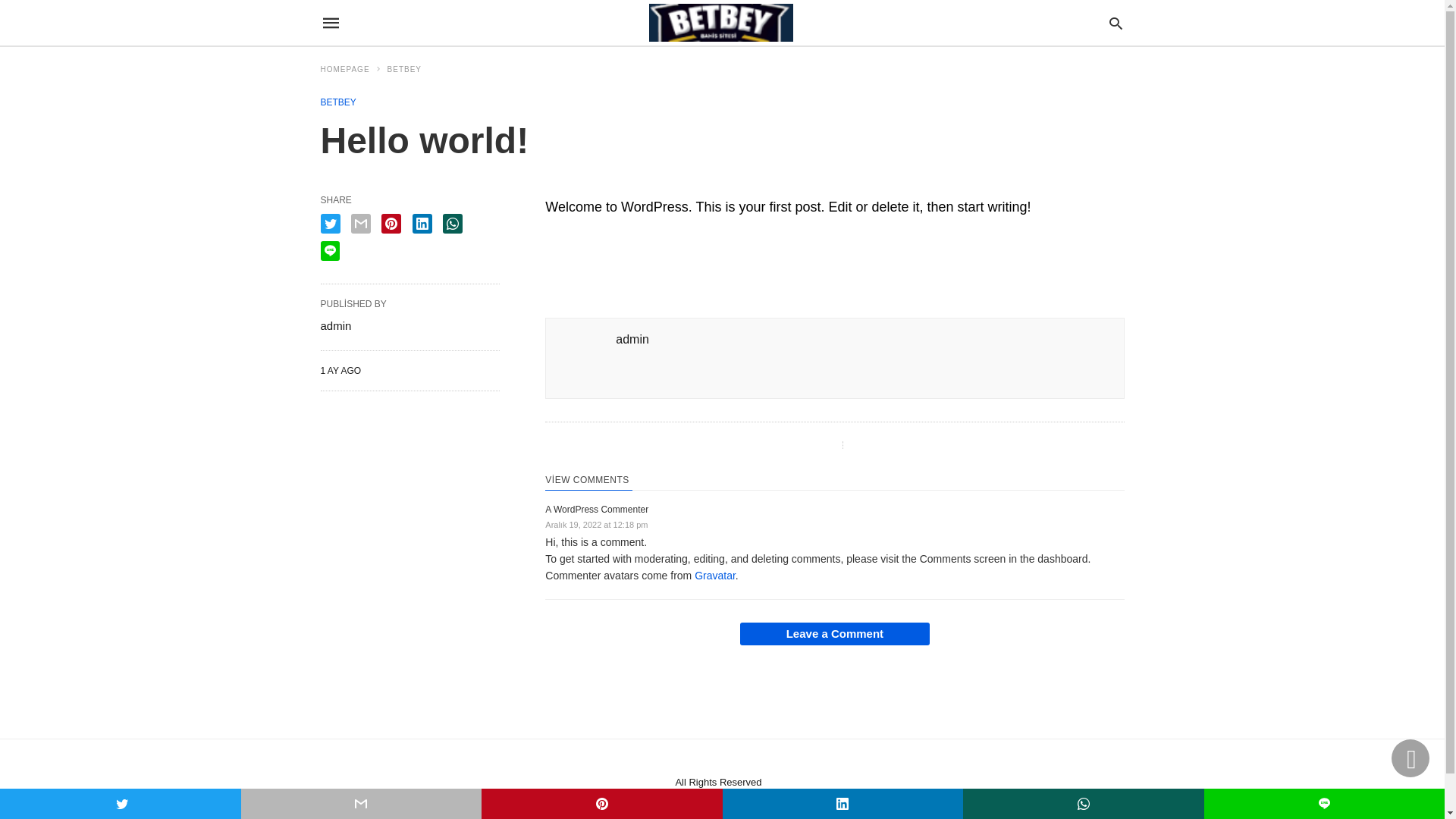  What do you see at coordinates (350, 69) in the screenshot?
I see `'HOMEPAGE'` at bounding box center [350, 69].